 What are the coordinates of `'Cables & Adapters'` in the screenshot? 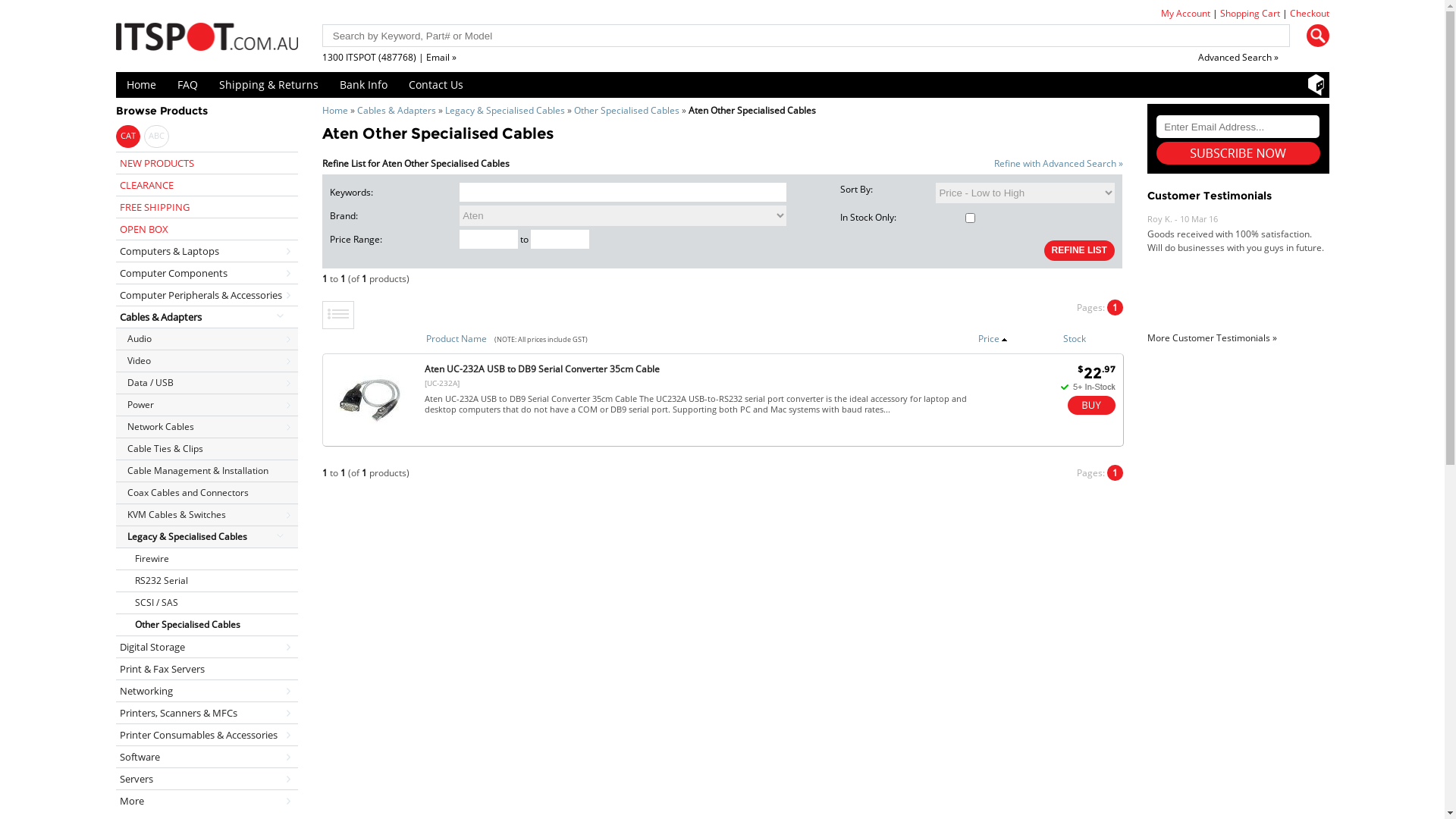 It's located at (115, 315).